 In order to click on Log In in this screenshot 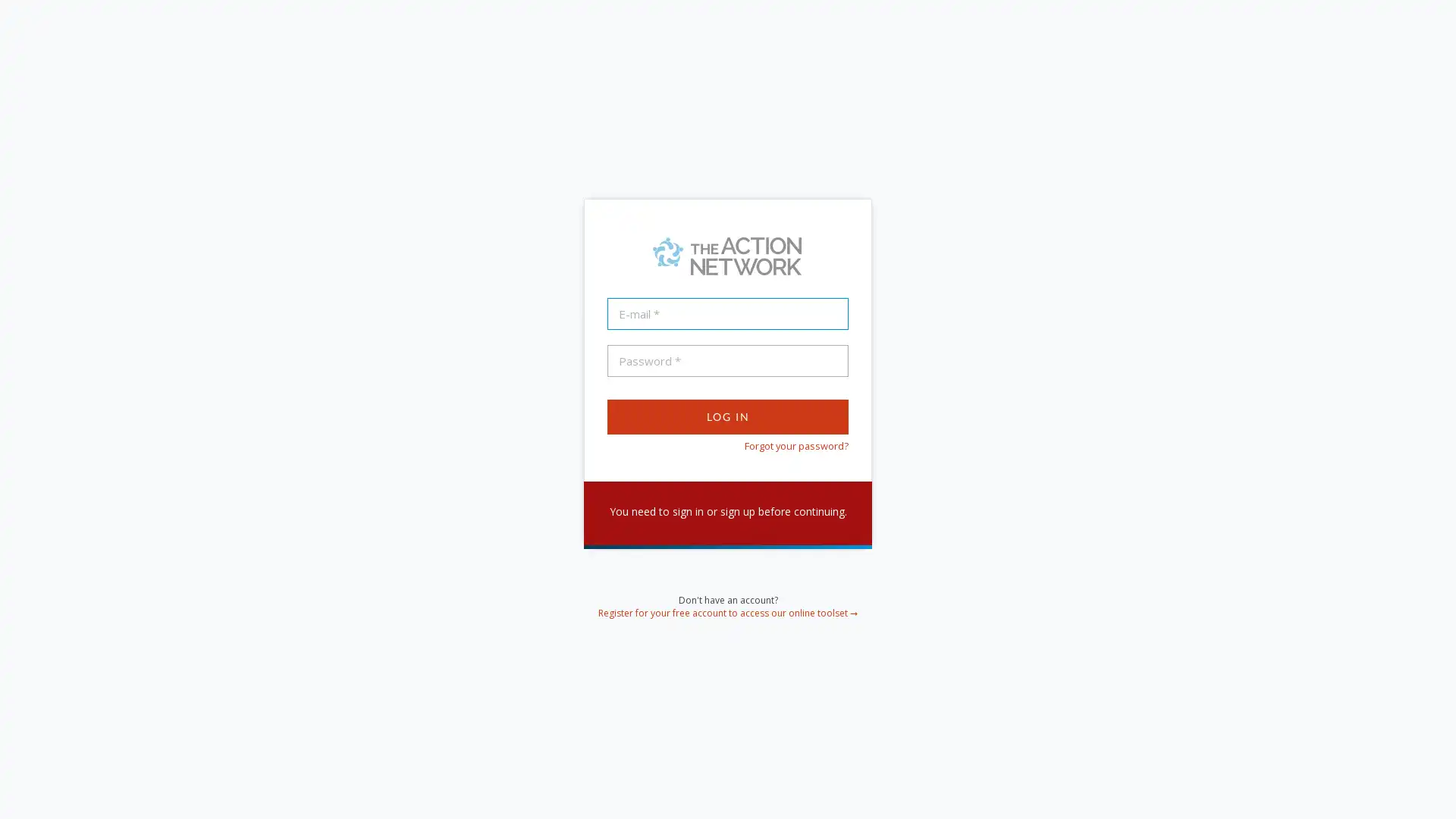, I will do `click(728, 417)`.